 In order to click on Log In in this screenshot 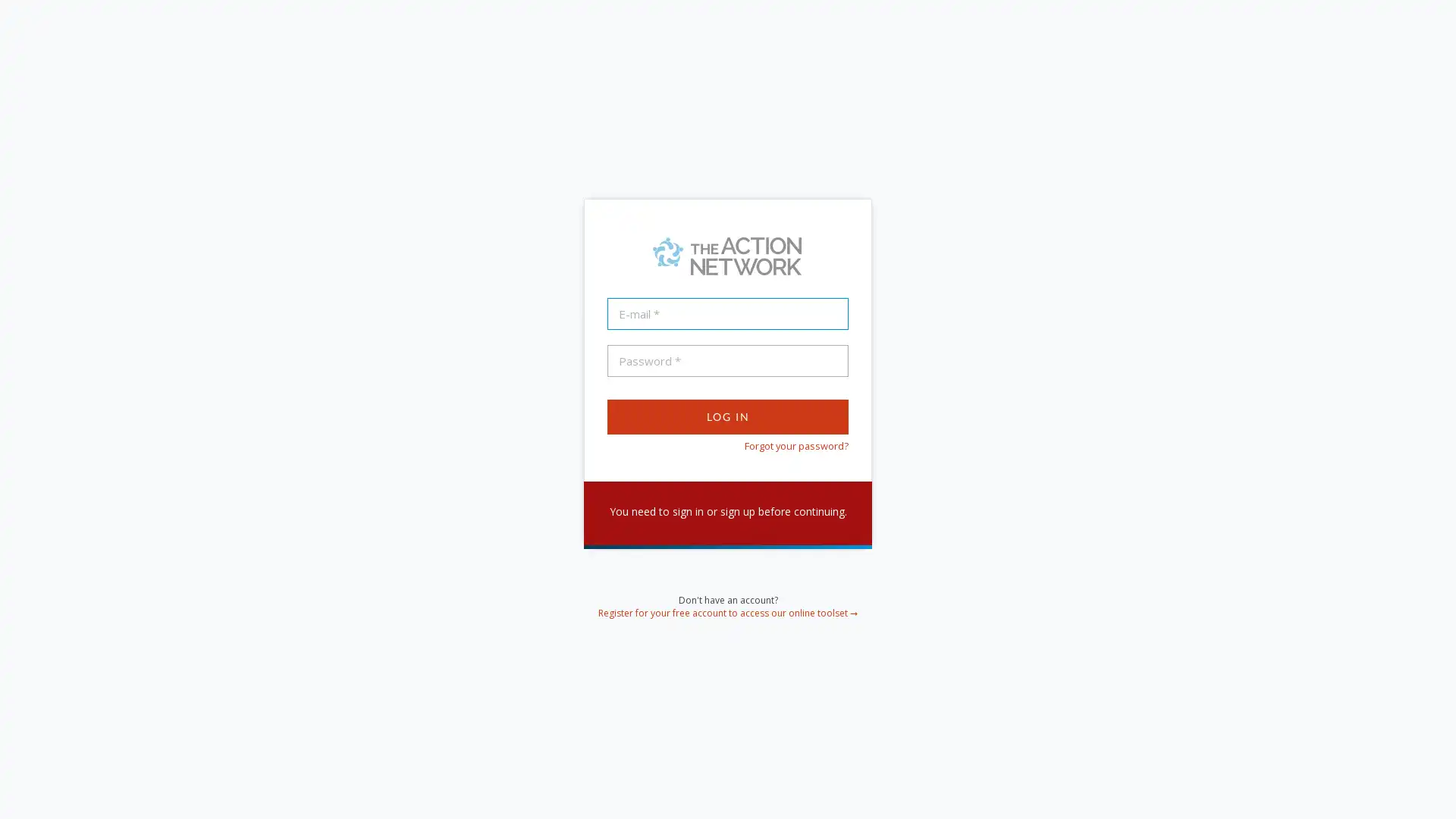, I will do `click(728, 417)`.